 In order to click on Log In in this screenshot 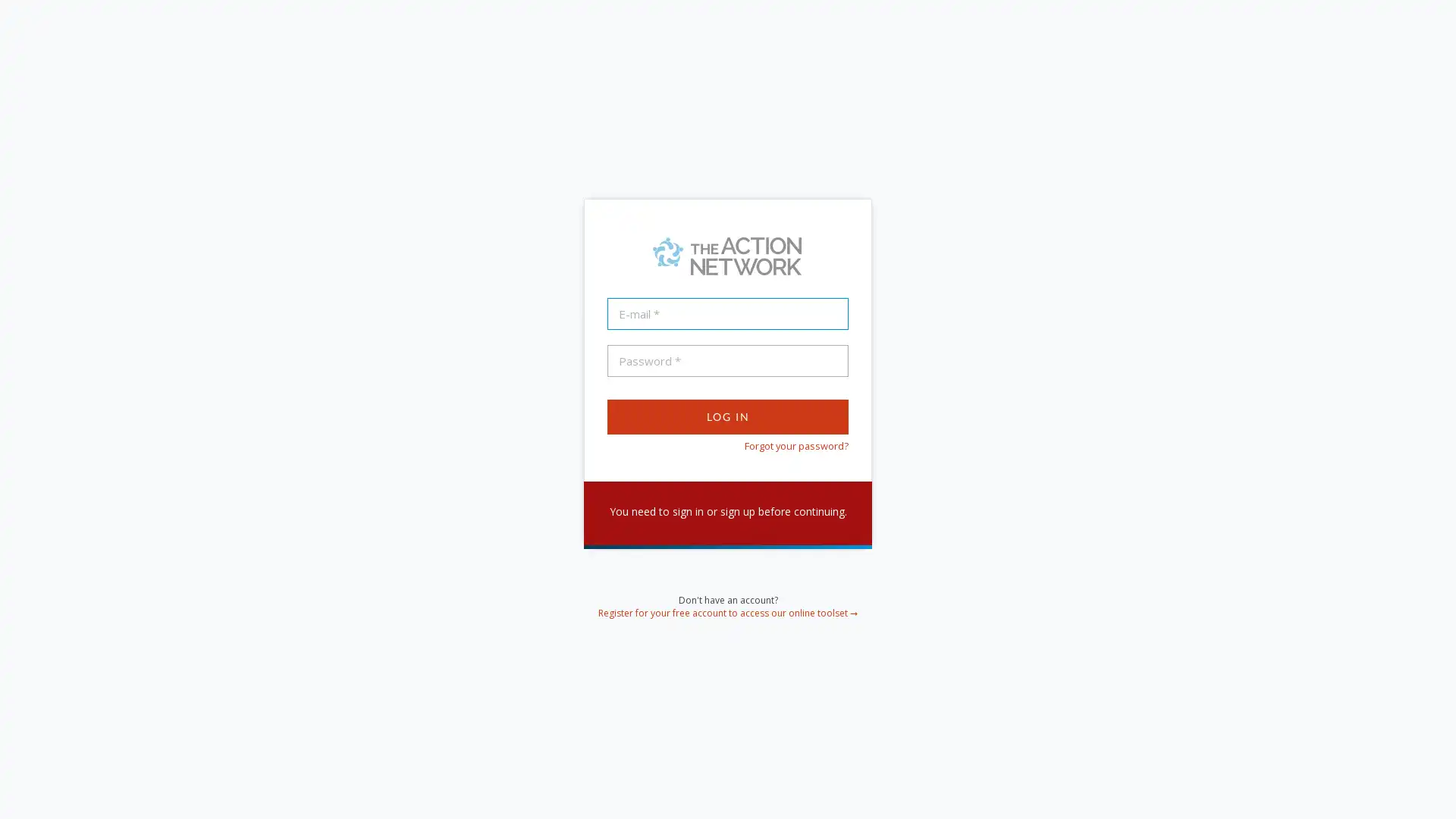, I will do `click(728, 417)`.